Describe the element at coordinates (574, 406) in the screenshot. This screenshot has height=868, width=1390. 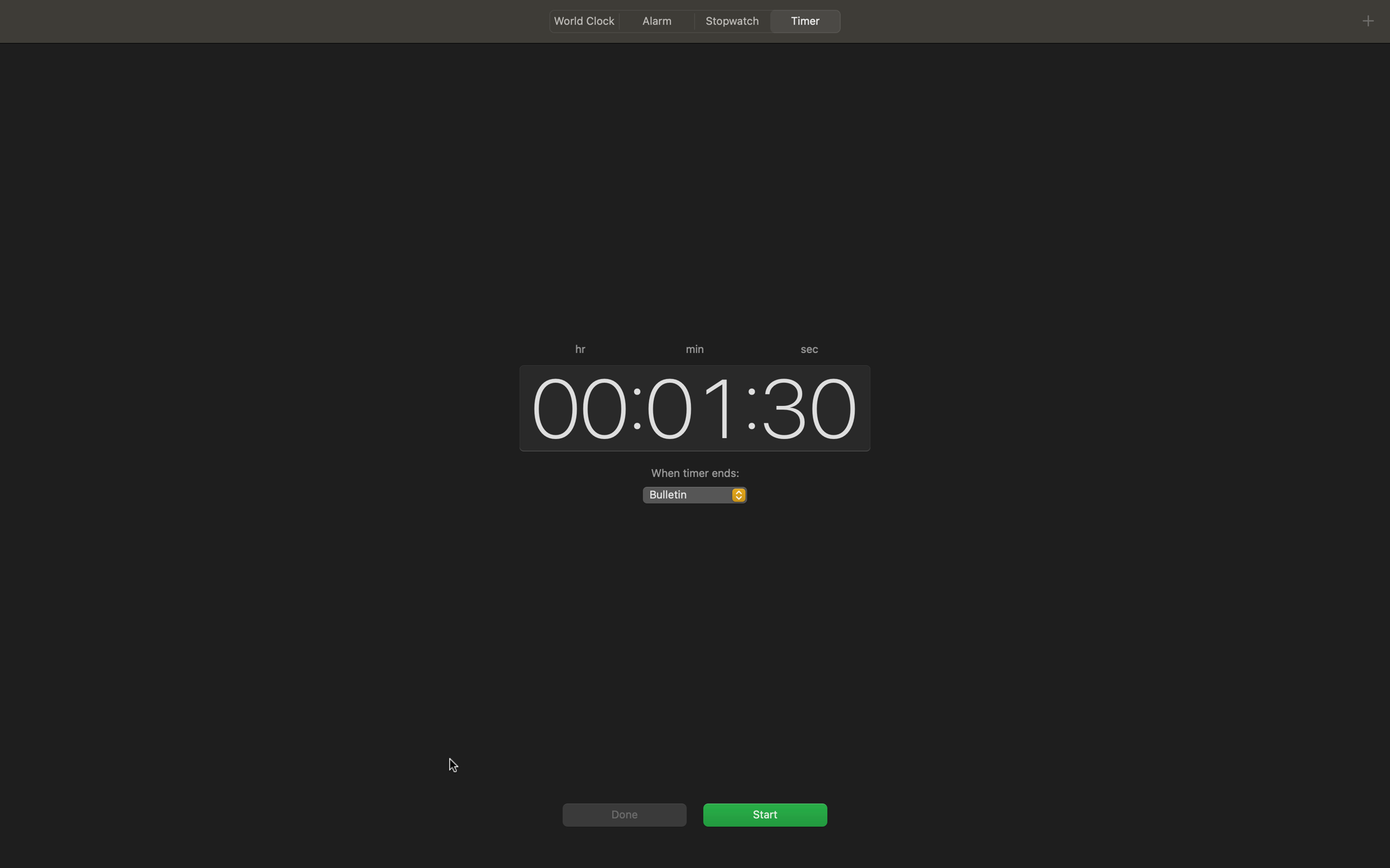
I see `Input "03" in the hour field` at that location.